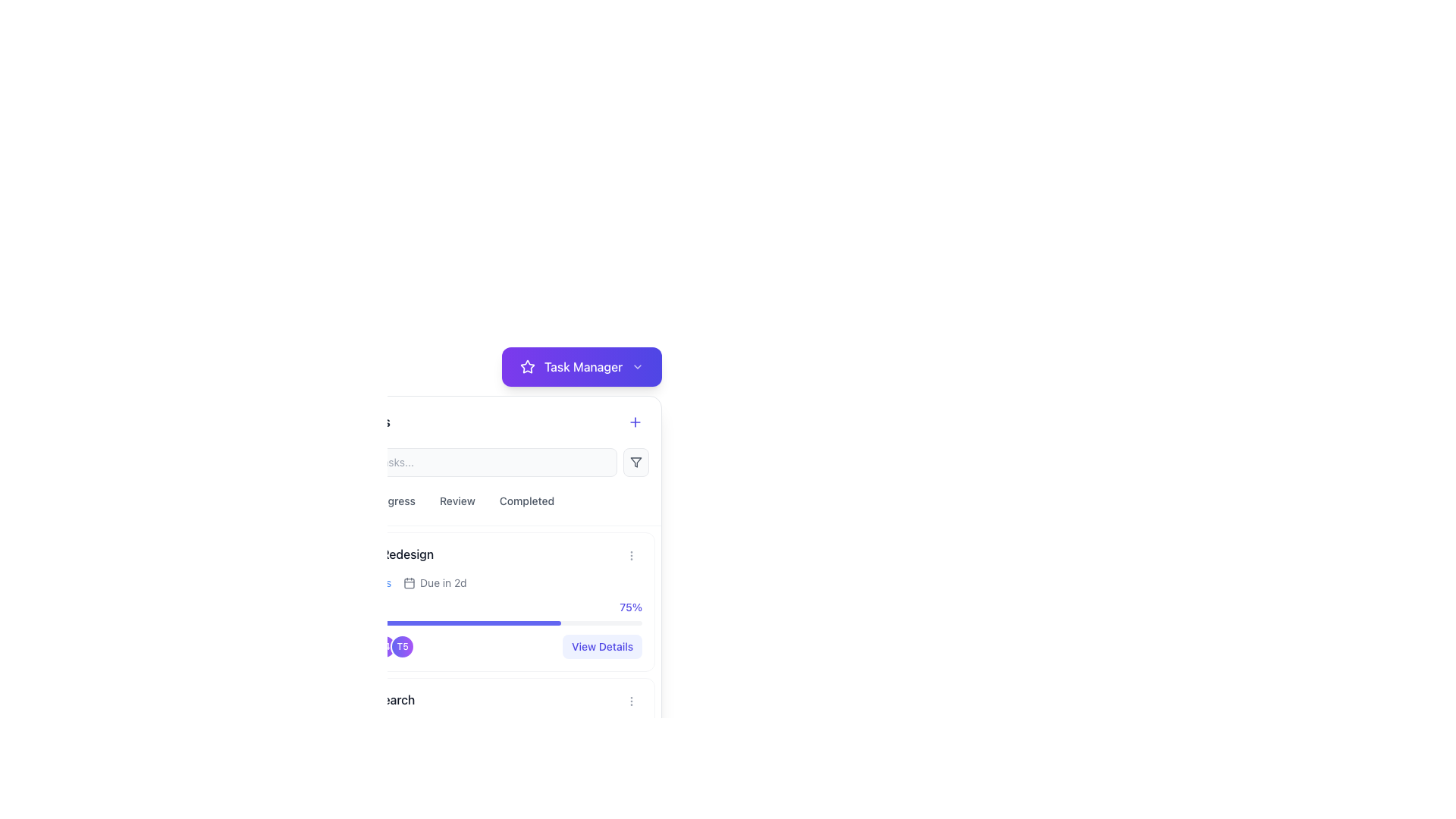 The image size is (1456, 819). I want to click on the visual identifier icon located in the top middle of the interface, which is part of the rectangular purple button labeled 'Task Manager', so click(527, 366).